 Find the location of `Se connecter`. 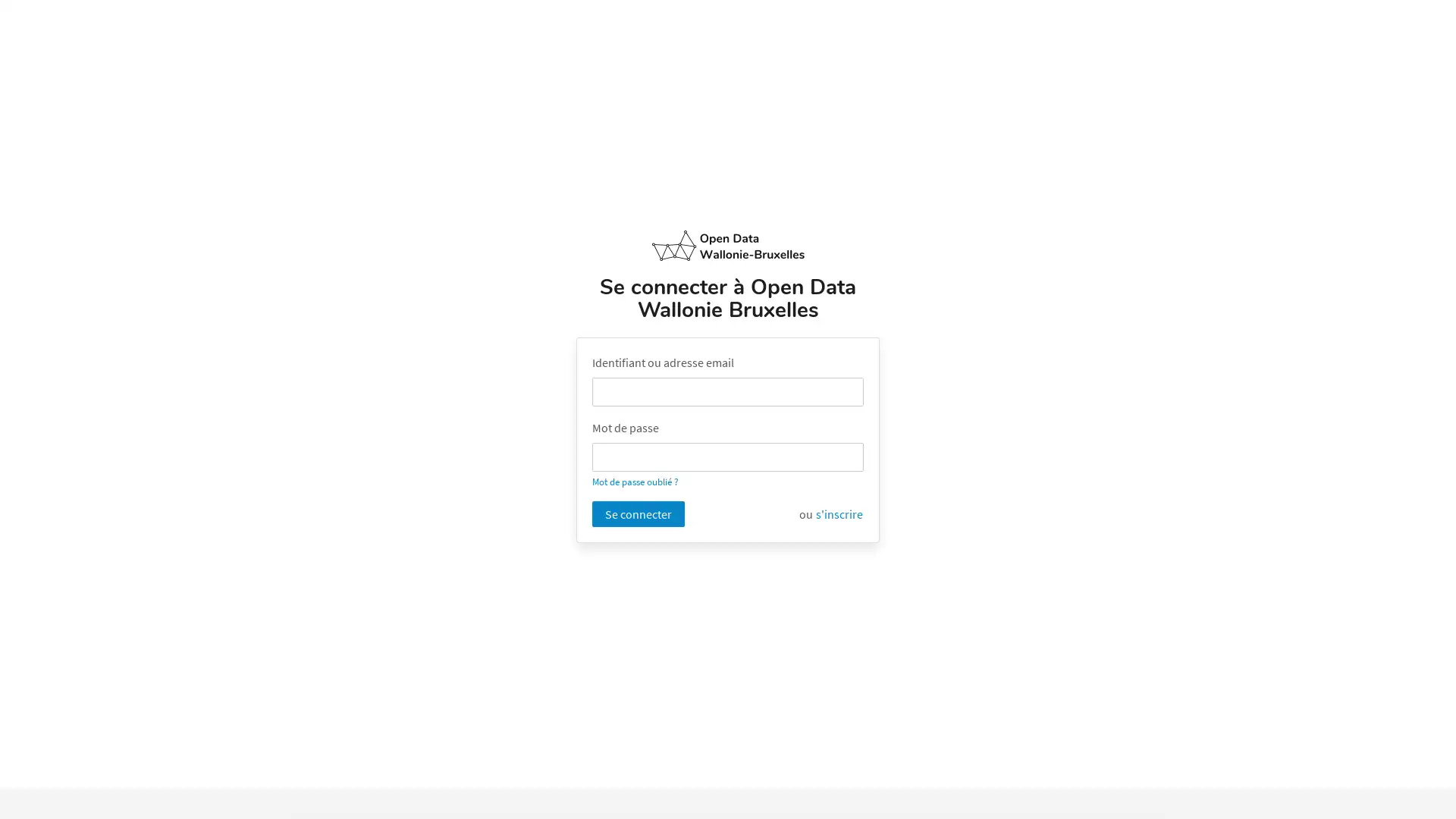

Se connecter is located at coordinates (638, 513).